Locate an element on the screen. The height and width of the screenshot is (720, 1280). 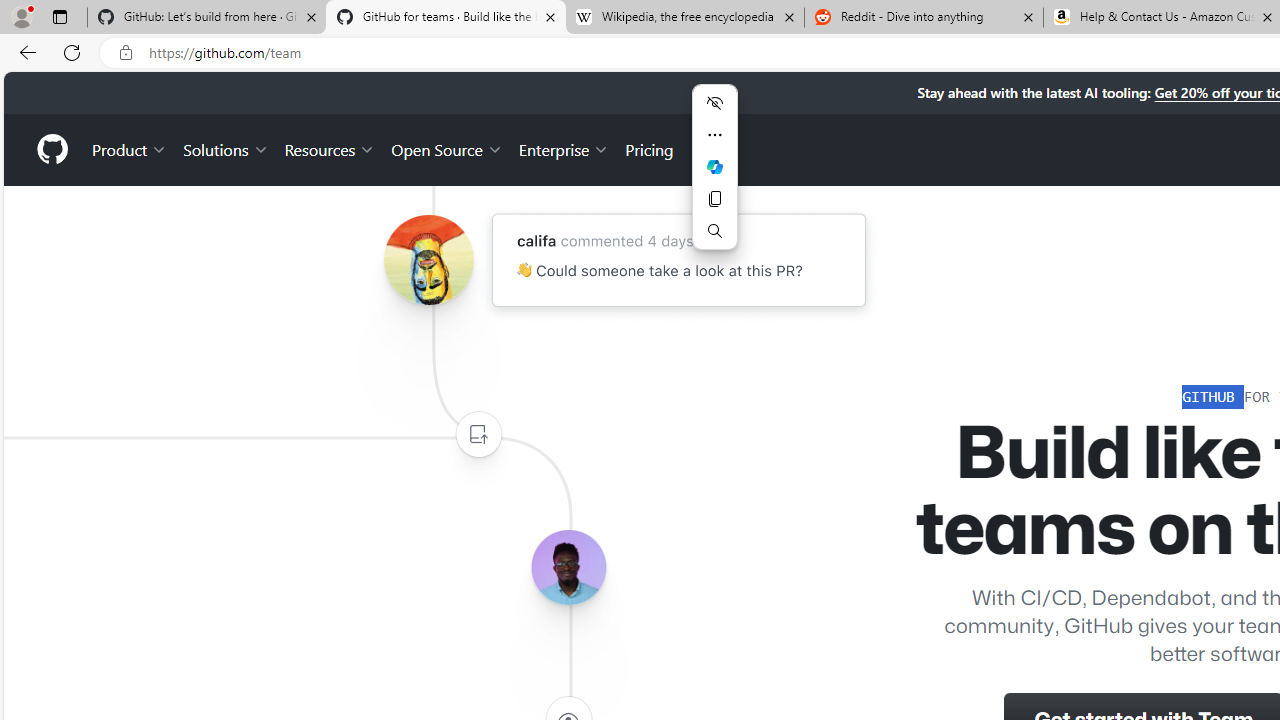
'Resources' is located at coordinates (330, 148).